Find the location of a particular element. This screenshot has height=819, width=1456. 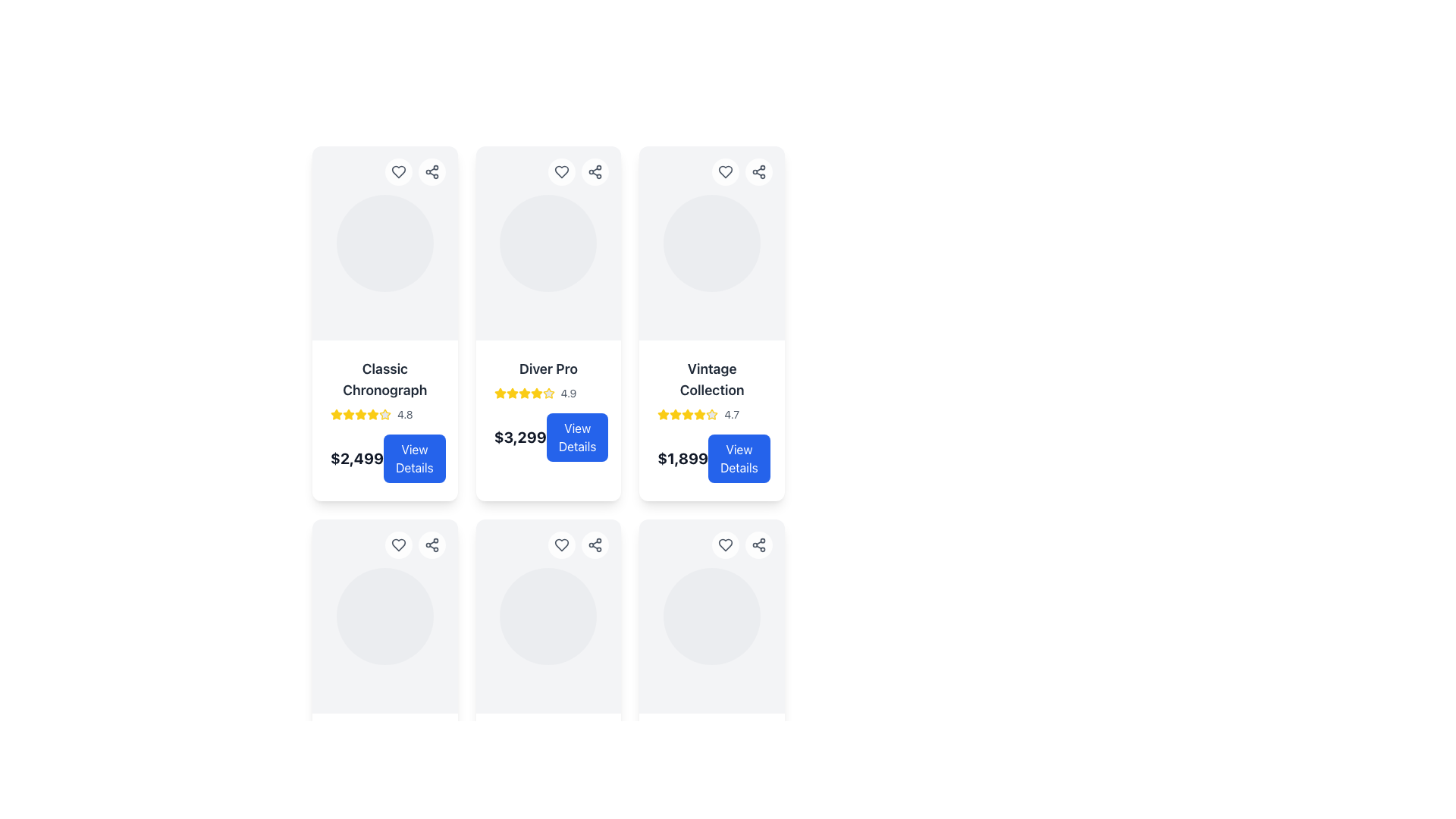

the share button located at the top right corner of the third product card in the second row is located at coordinates (431, 544).